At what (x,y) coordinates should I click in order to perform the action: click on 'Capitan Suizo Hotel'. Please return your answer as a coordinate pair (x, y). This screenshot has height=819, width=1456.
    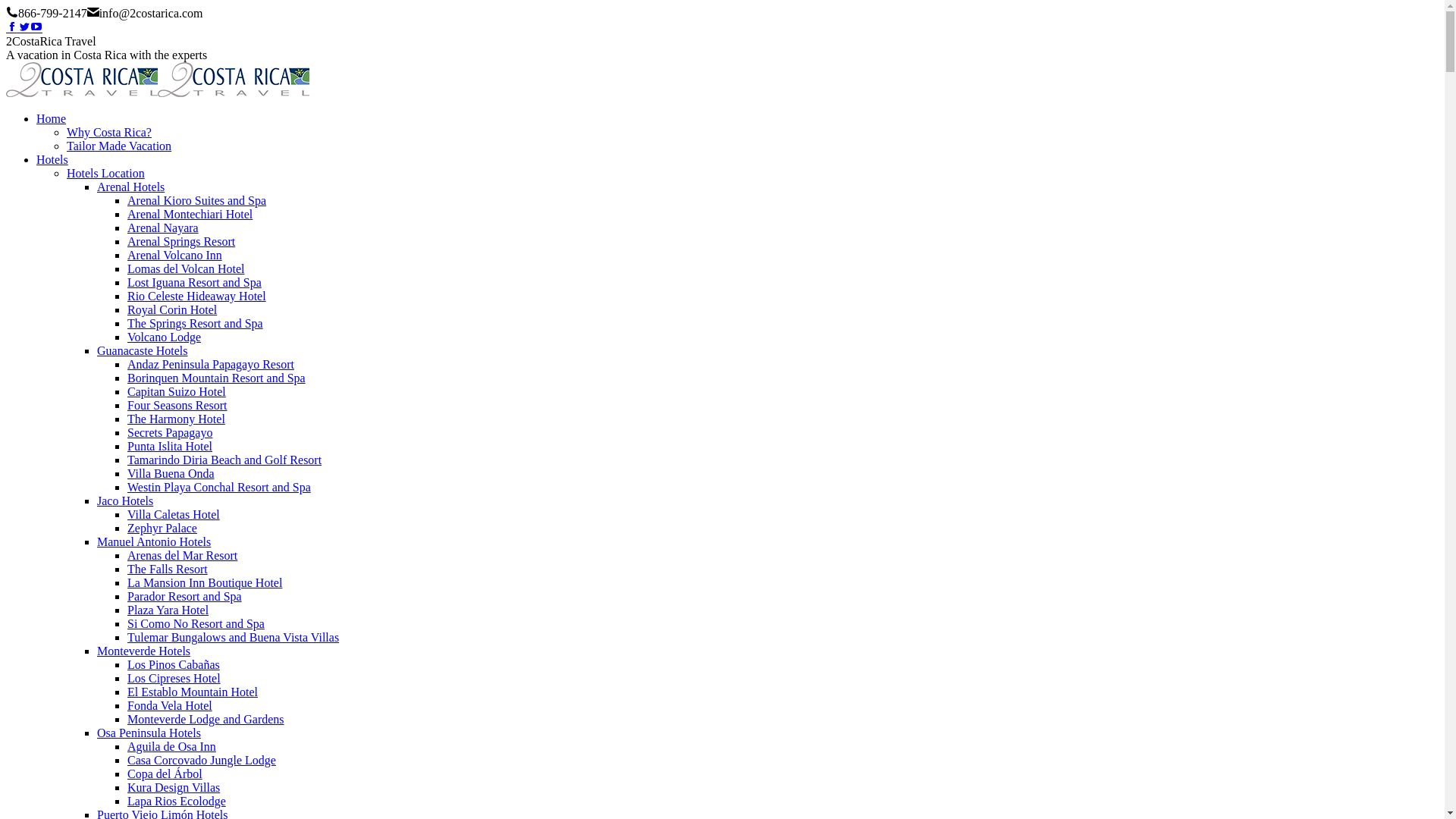
    Looking at the image, I should click on (177, 391).